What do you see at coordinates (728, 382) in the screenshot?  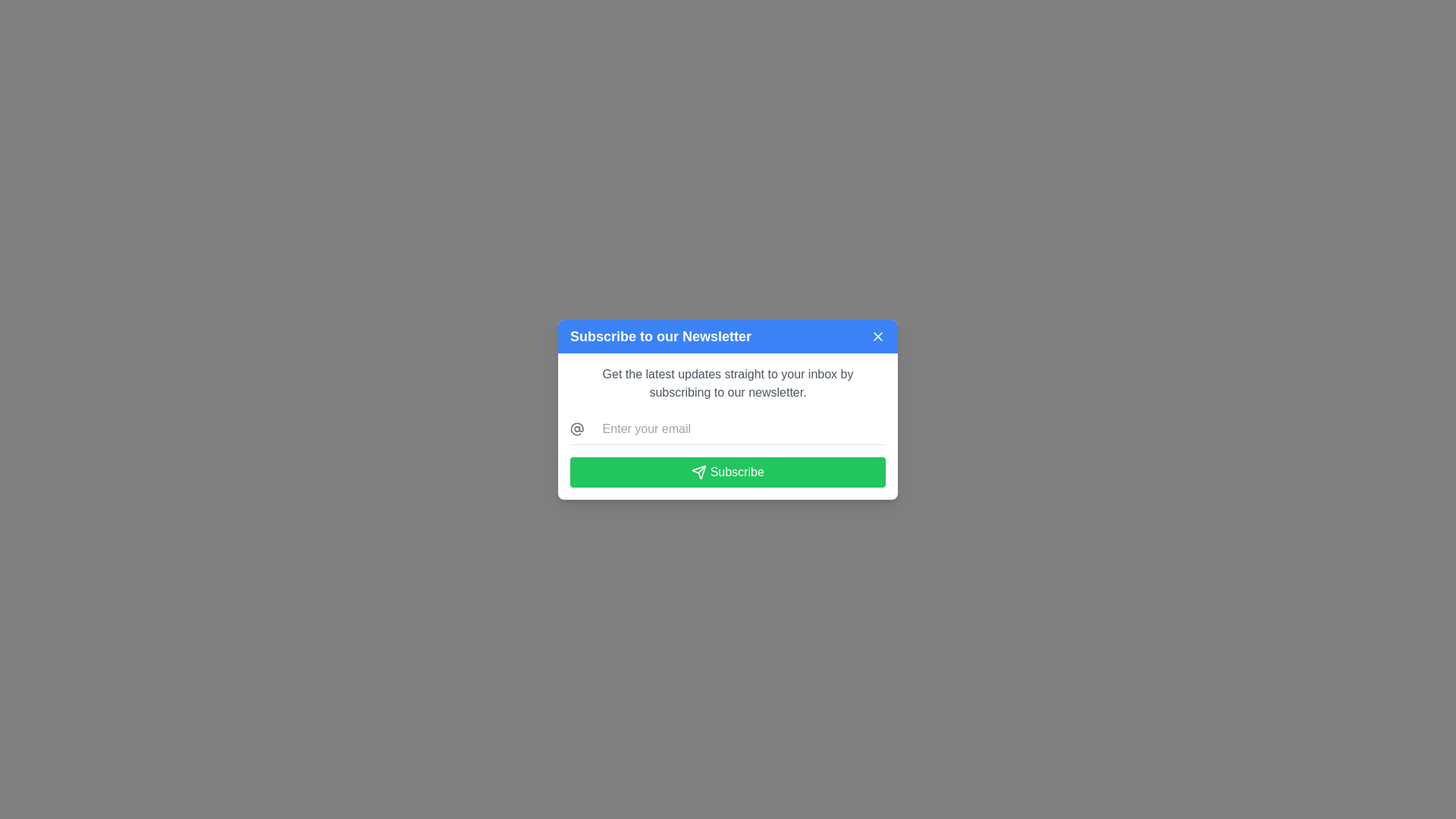 I see `the text label that contains the message 'Get the latest updates straight to your inbox by subscribing to our newsletter.' in gray font, located below the header 'Subscribe to our Newsletter' in a white modal box` at bounding box center [728, 382].